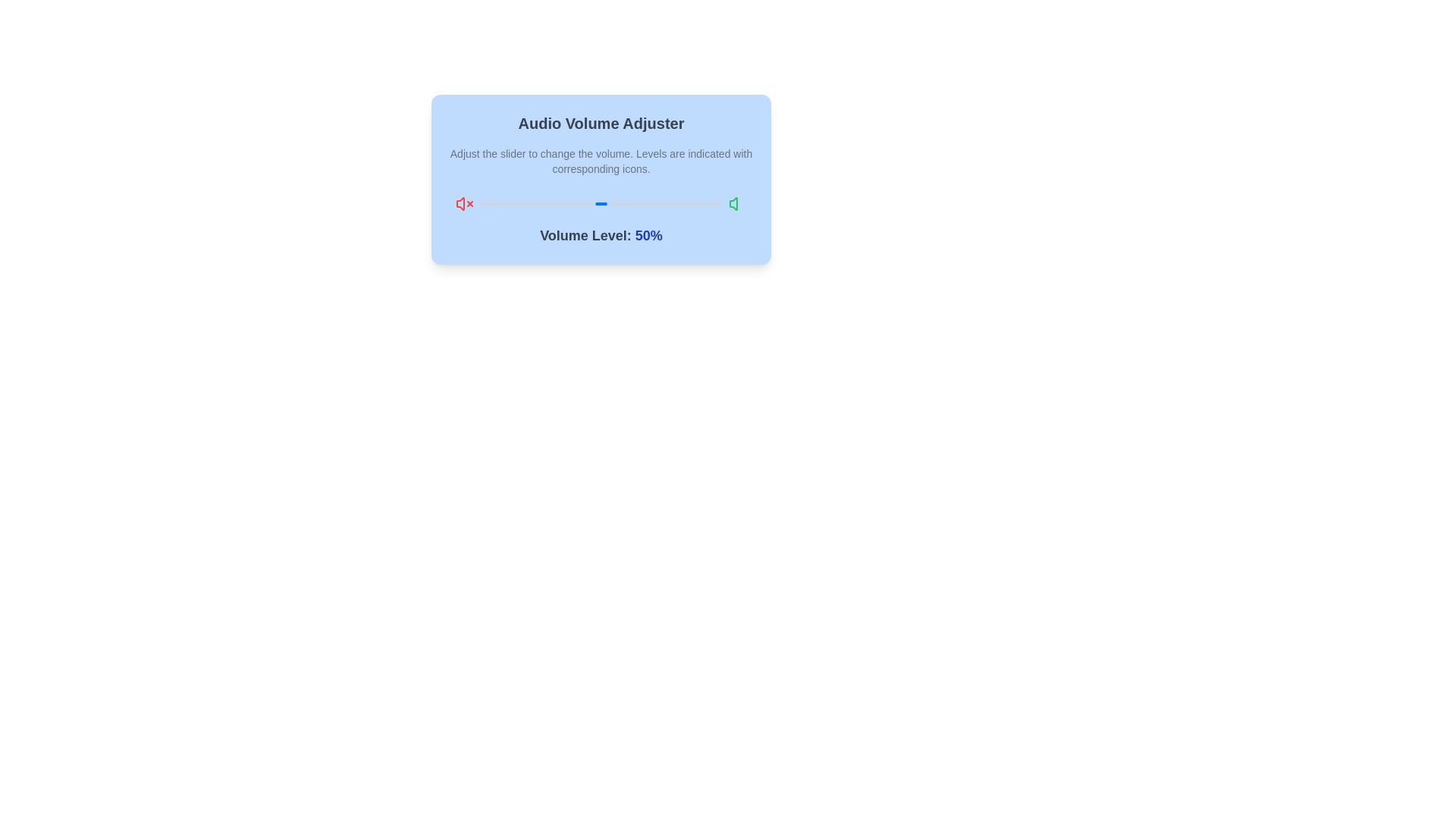 This screenshot has width=1456, height=819. What do you see at coordinates (545, 203) in the screenshot?
I see `the slider to set the volume to 27%` at bounding box center [545, 203].